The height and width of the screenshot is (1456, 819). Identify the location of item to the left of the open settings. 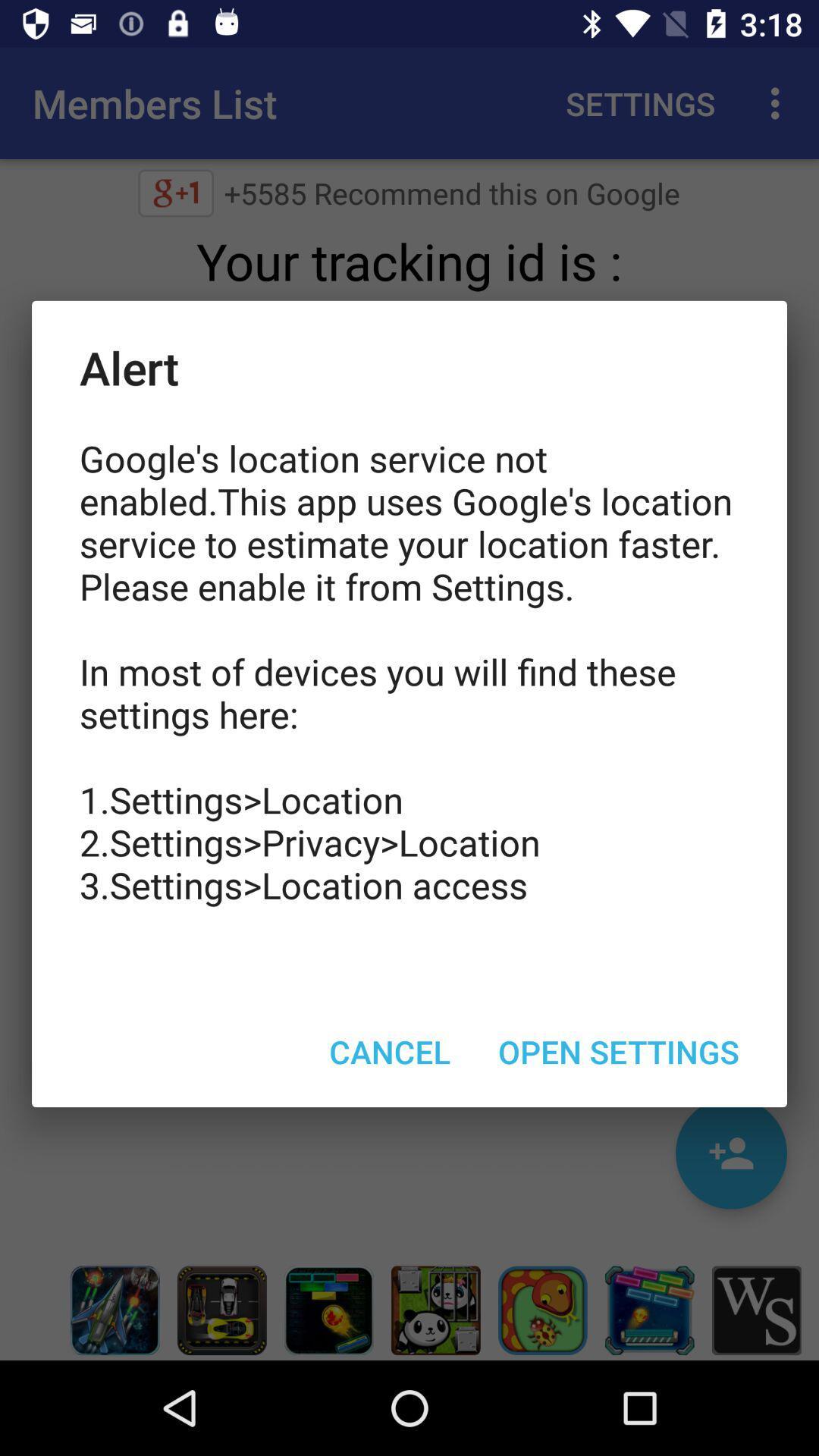
(389, 1050).